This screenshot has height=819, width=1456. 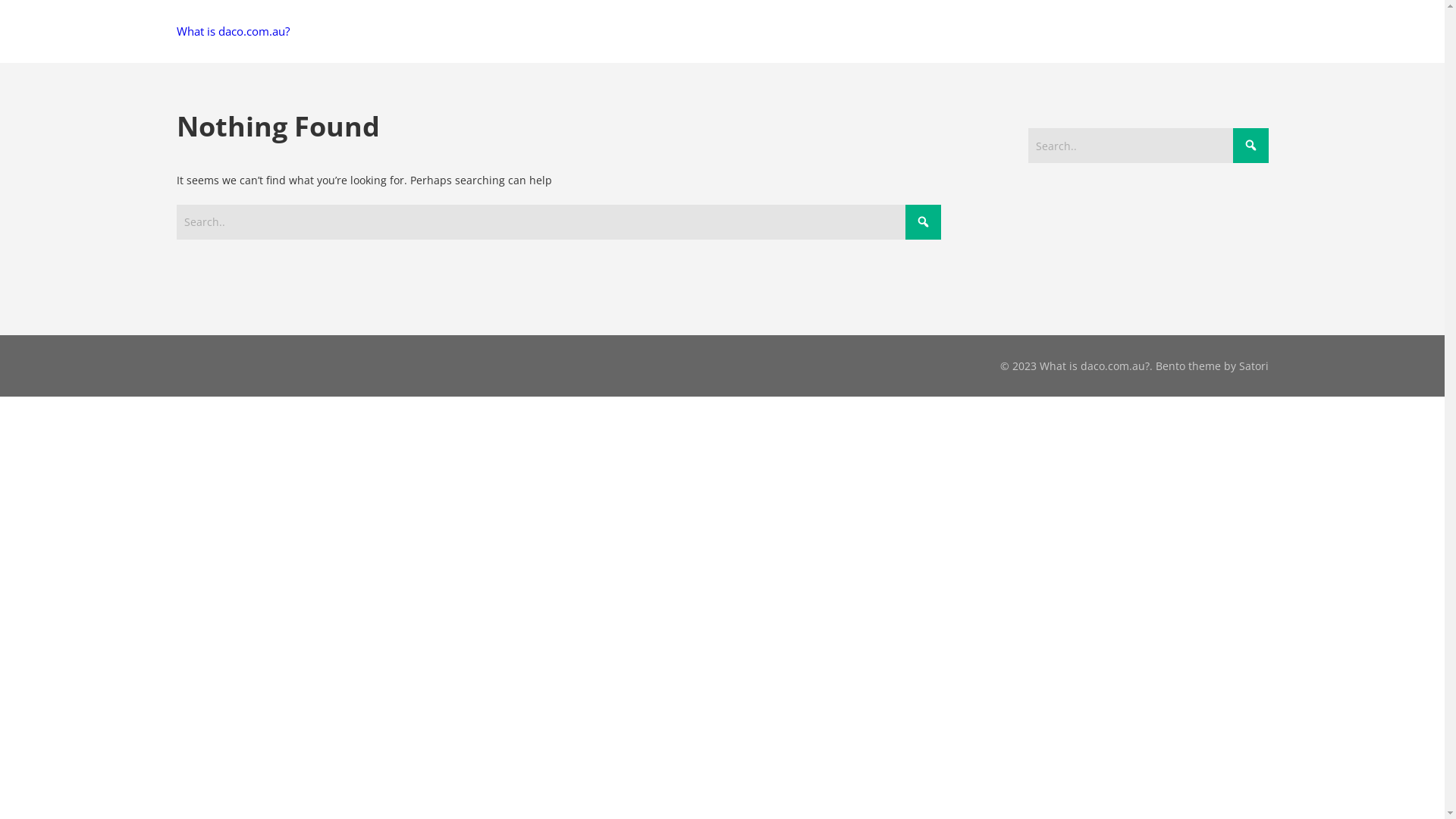 What do you see at coordinates (231, 31) in the screenshot?
I see `'What is daco.com.au?'` at bounding box center [231, 31].